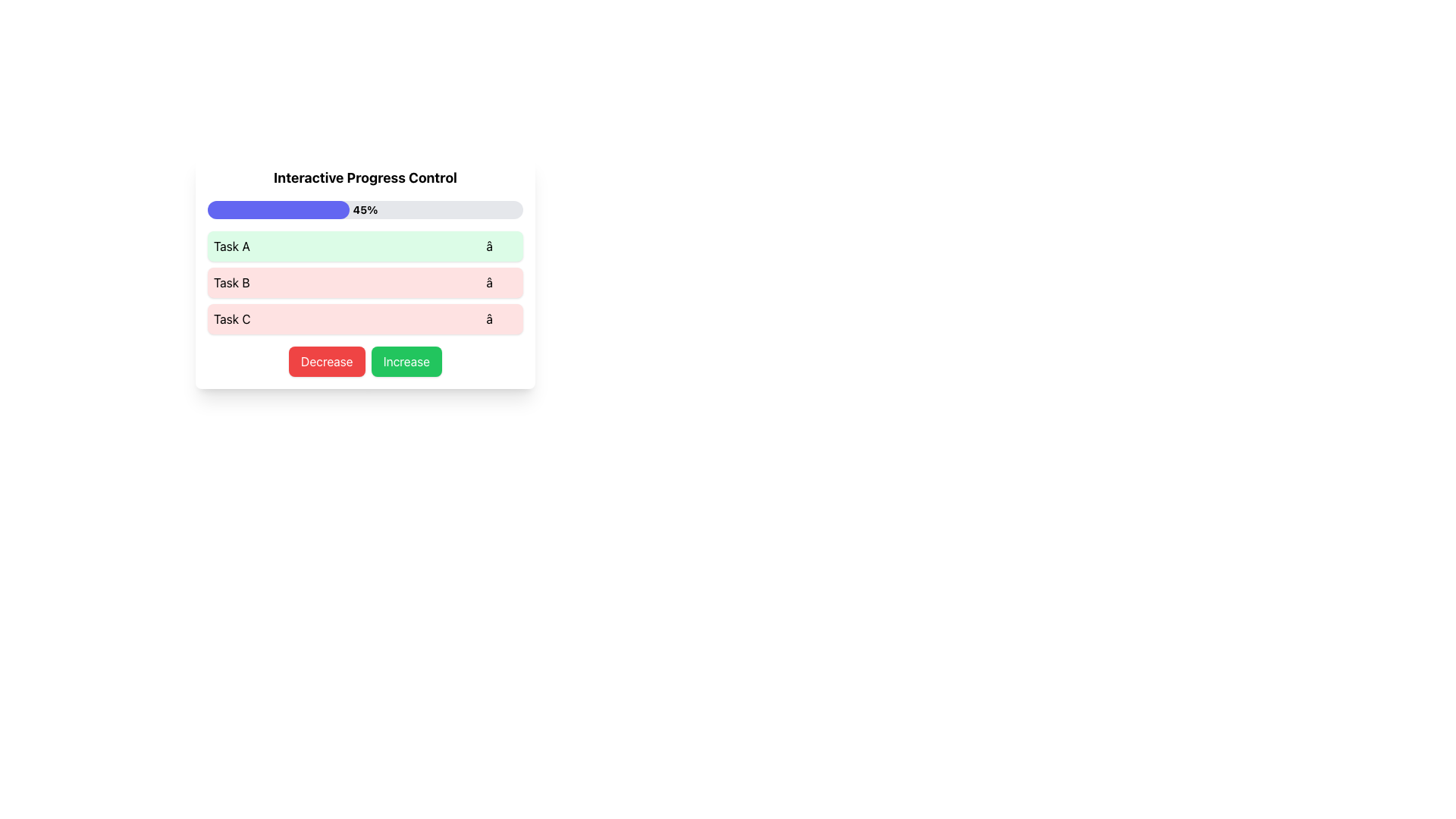  Describe the element at coordinates (365, 210) in the screenshot. I see `the Progress Bar element displaying '45%' which is located below the title 'Interactive Progress Control'` at that location.